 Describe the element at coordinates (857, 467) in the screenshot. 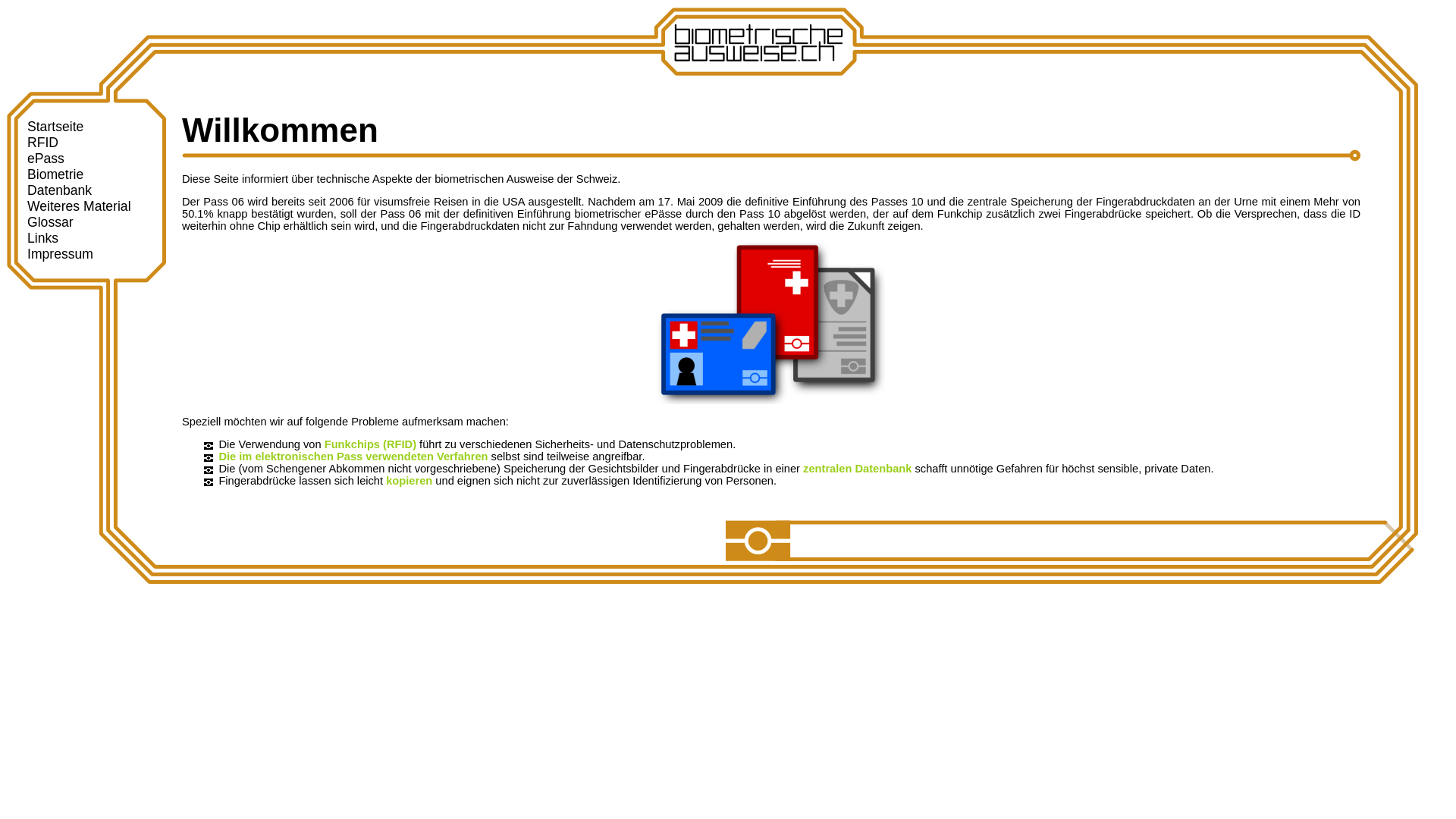

I see `'zentralen Datenbank'` at that location.